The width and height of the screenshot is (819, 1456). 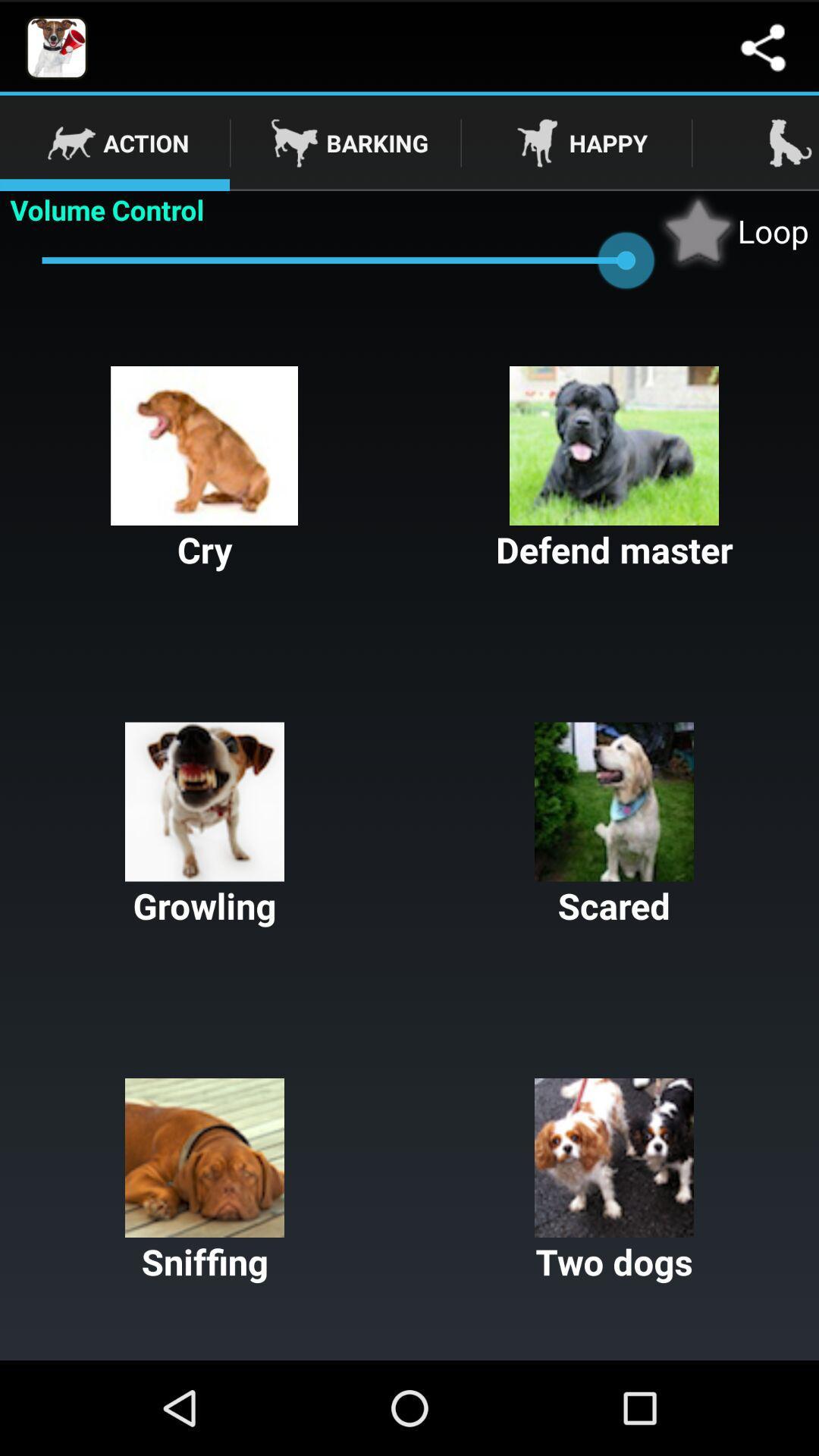 I want to click on the scared, so click(x=614, y=825).